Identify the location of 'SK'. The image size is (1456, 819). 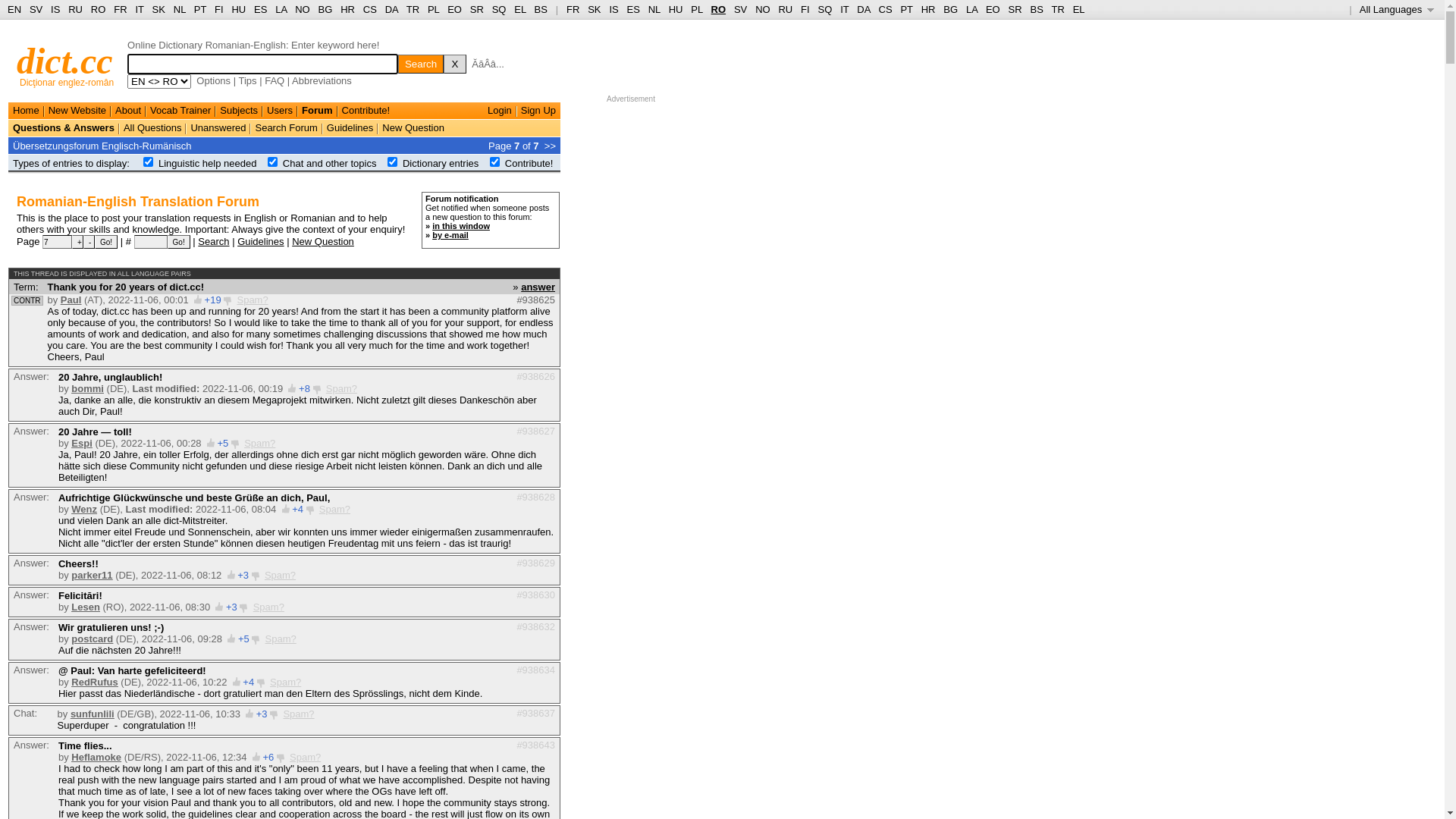
(593, 9).